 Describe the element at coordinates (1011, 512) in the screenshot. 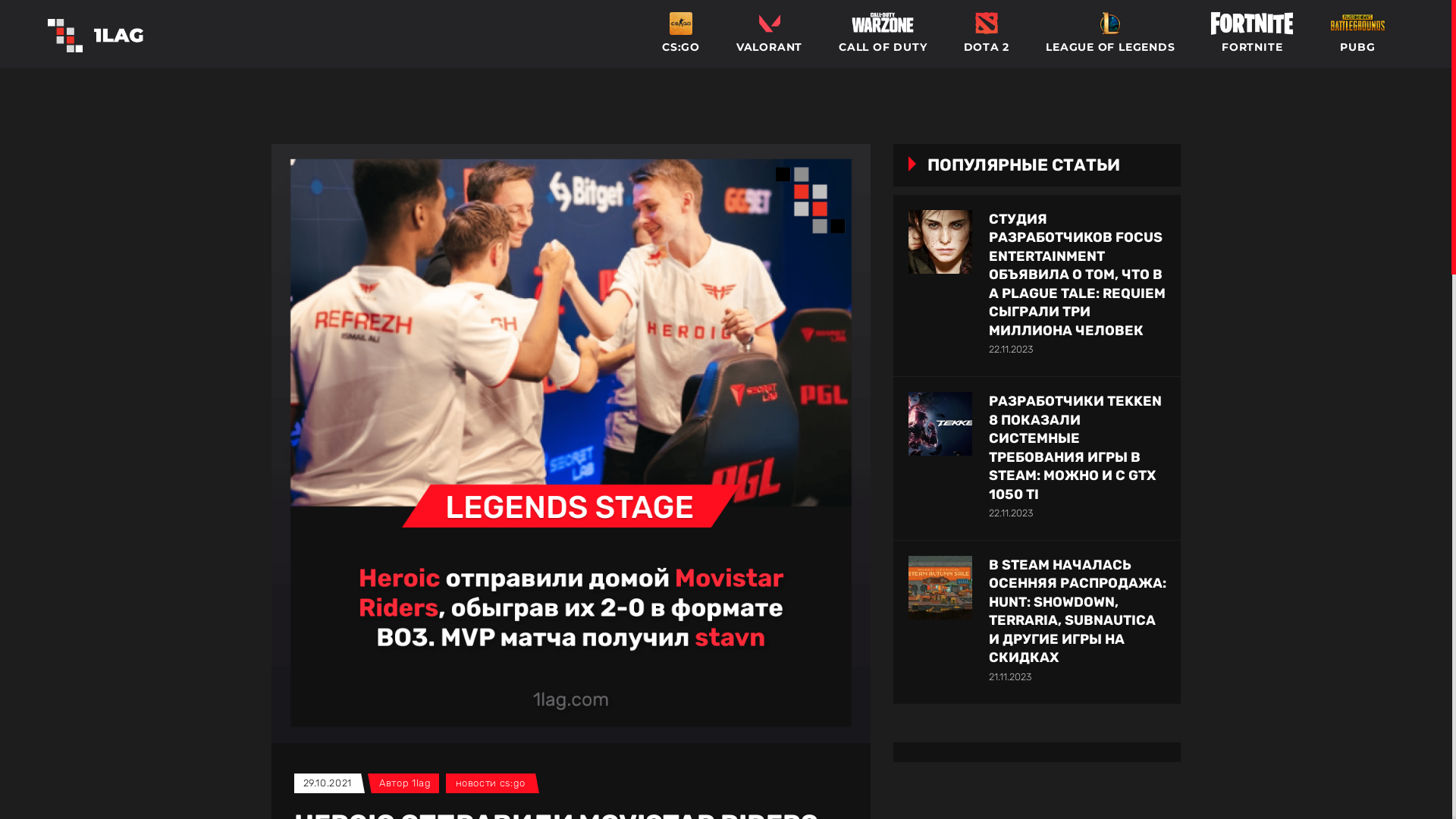

I see `'22.11.2023'` at that location.